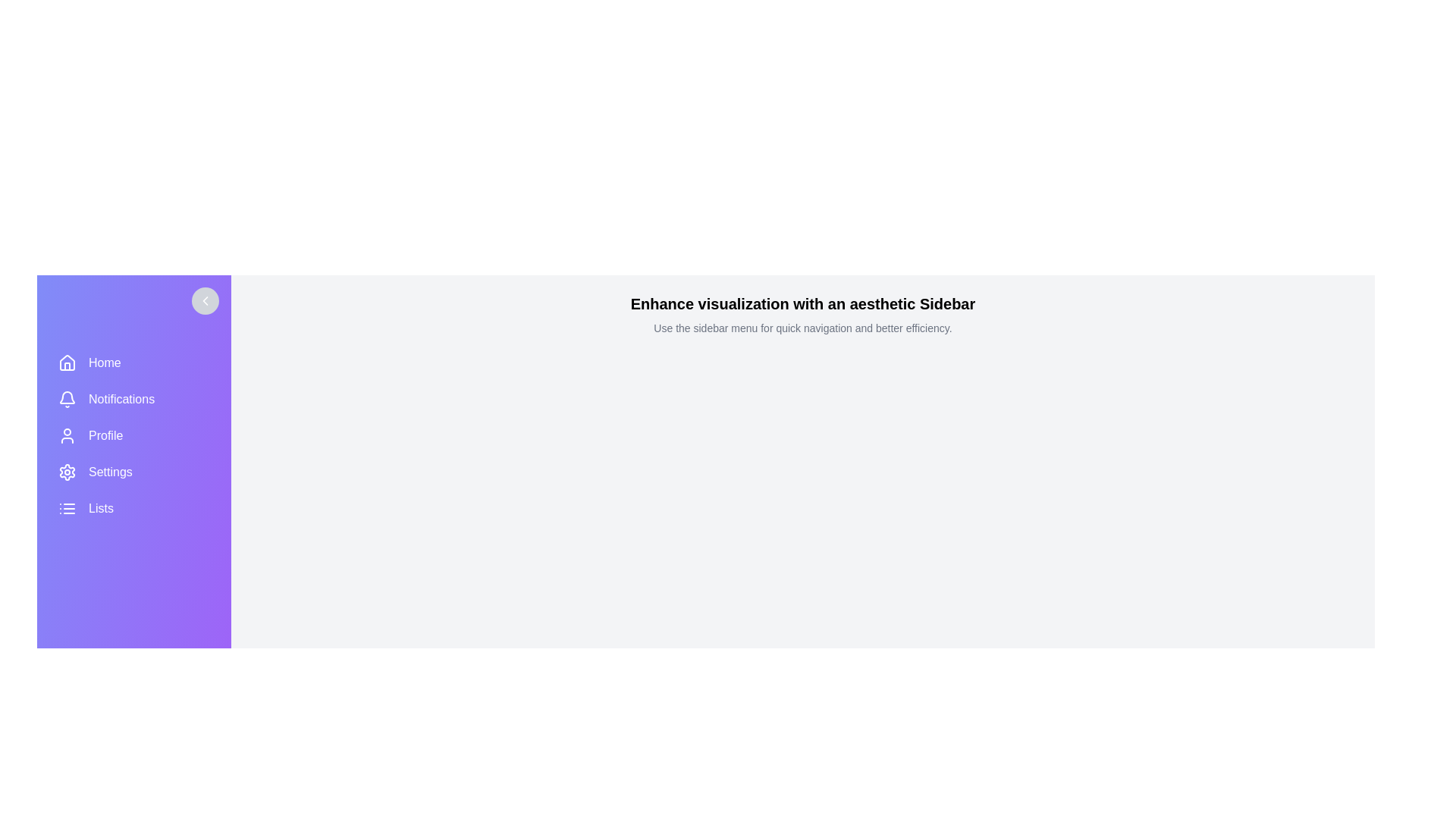 This screenshot has width=1456, height=819. I want to click on the menu item Profile to reveal its label, so click(134, 435).